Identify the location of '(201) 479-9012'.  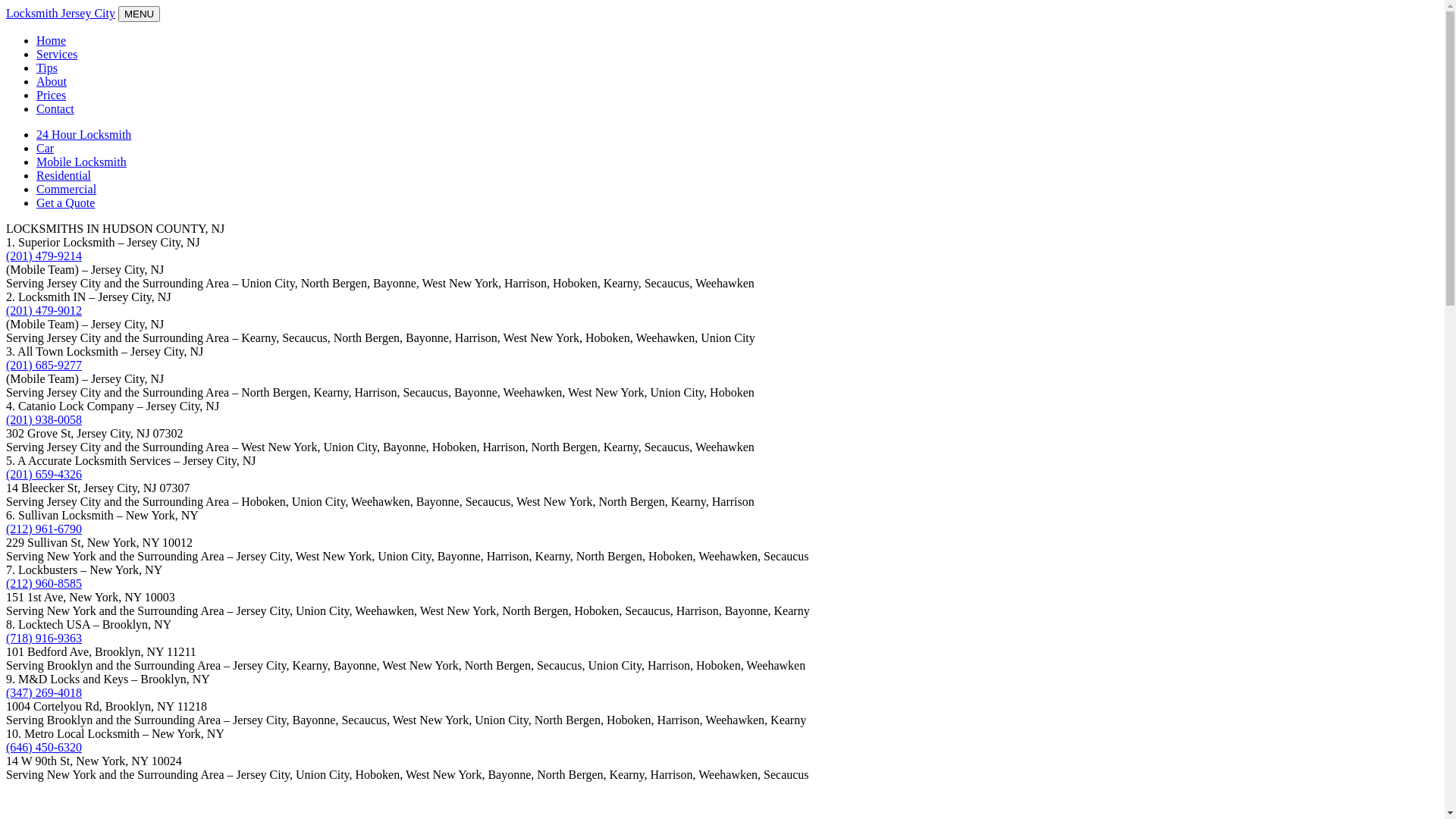
(43, 309).